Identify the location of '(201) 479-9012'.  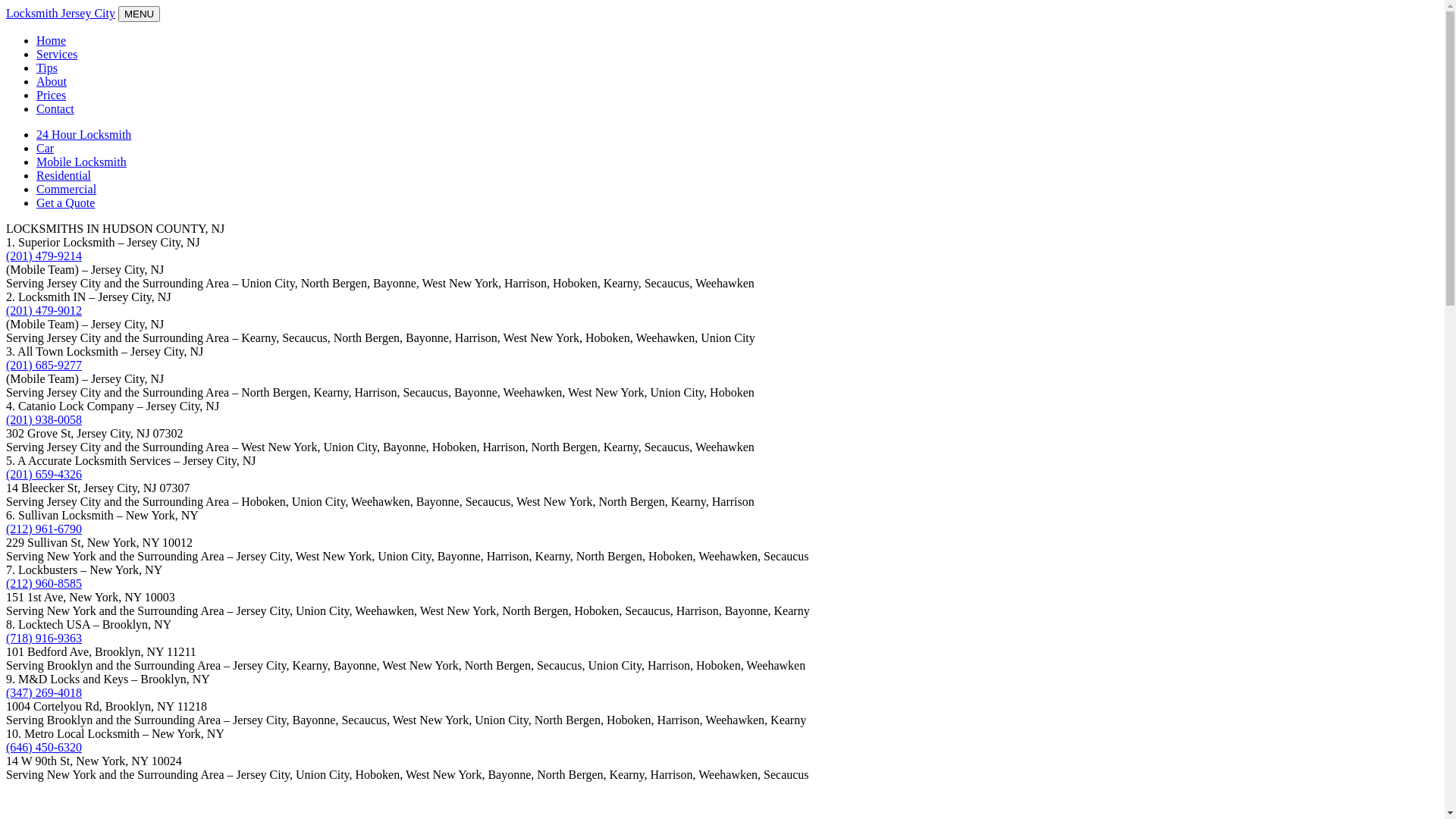
(43, 309).